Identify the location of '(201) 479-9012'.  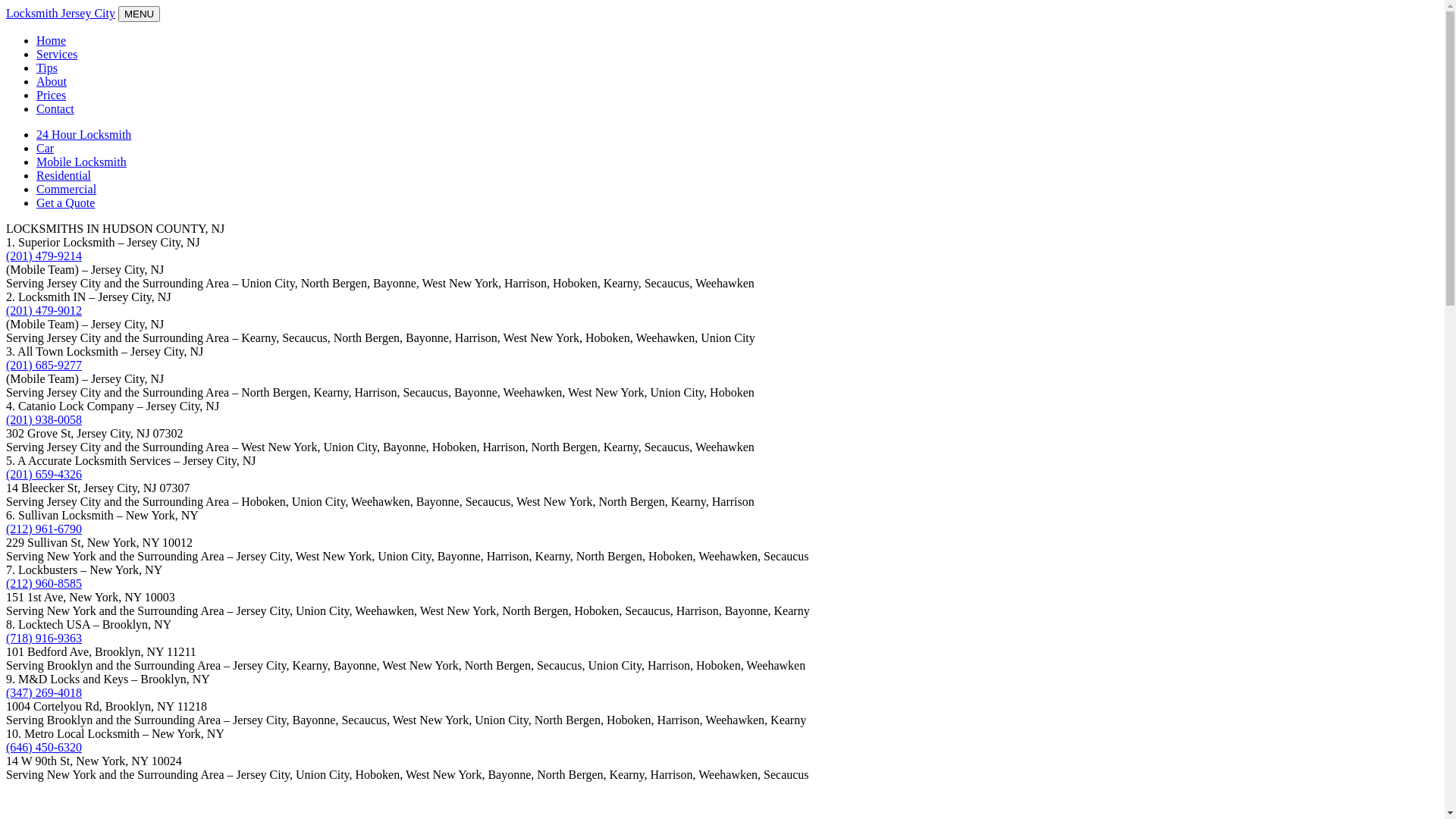
(43, 309).